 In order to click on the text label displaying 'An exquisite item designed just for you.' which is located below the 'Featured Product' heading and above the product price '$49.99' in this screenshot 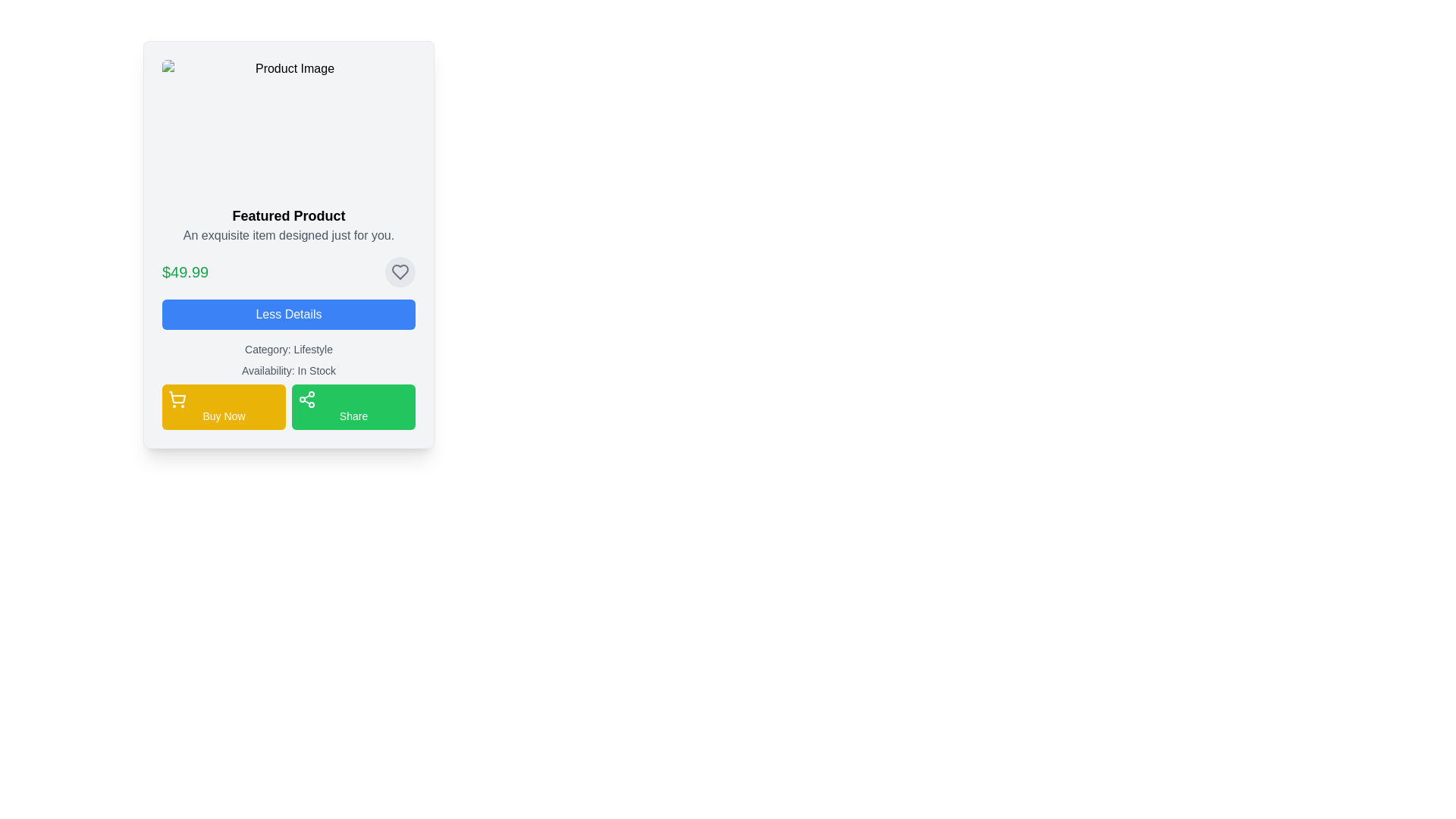, I will do `click(288, 236)`.